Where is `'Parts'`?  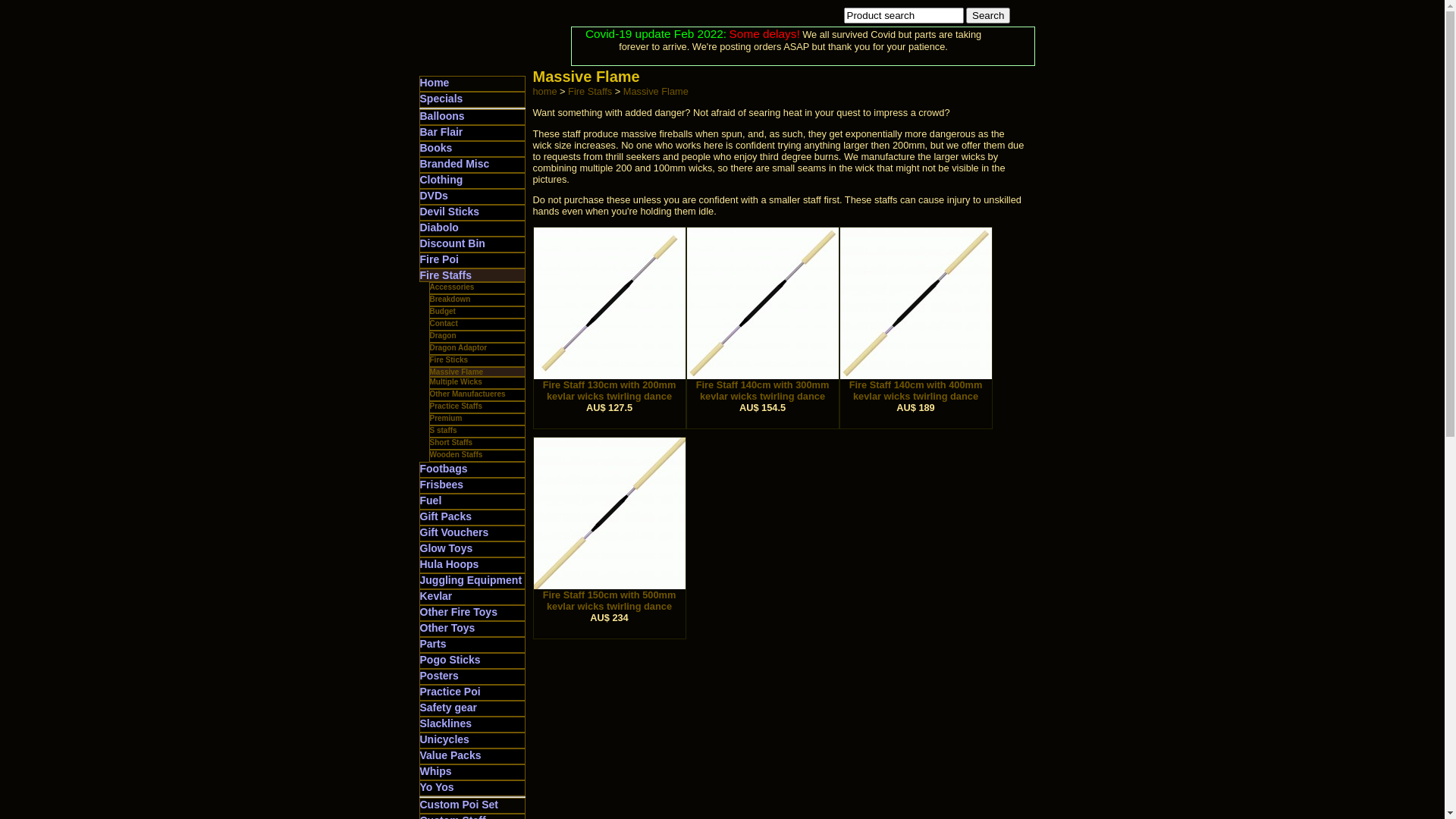 'Parts' is located at coordinates (432, 643).